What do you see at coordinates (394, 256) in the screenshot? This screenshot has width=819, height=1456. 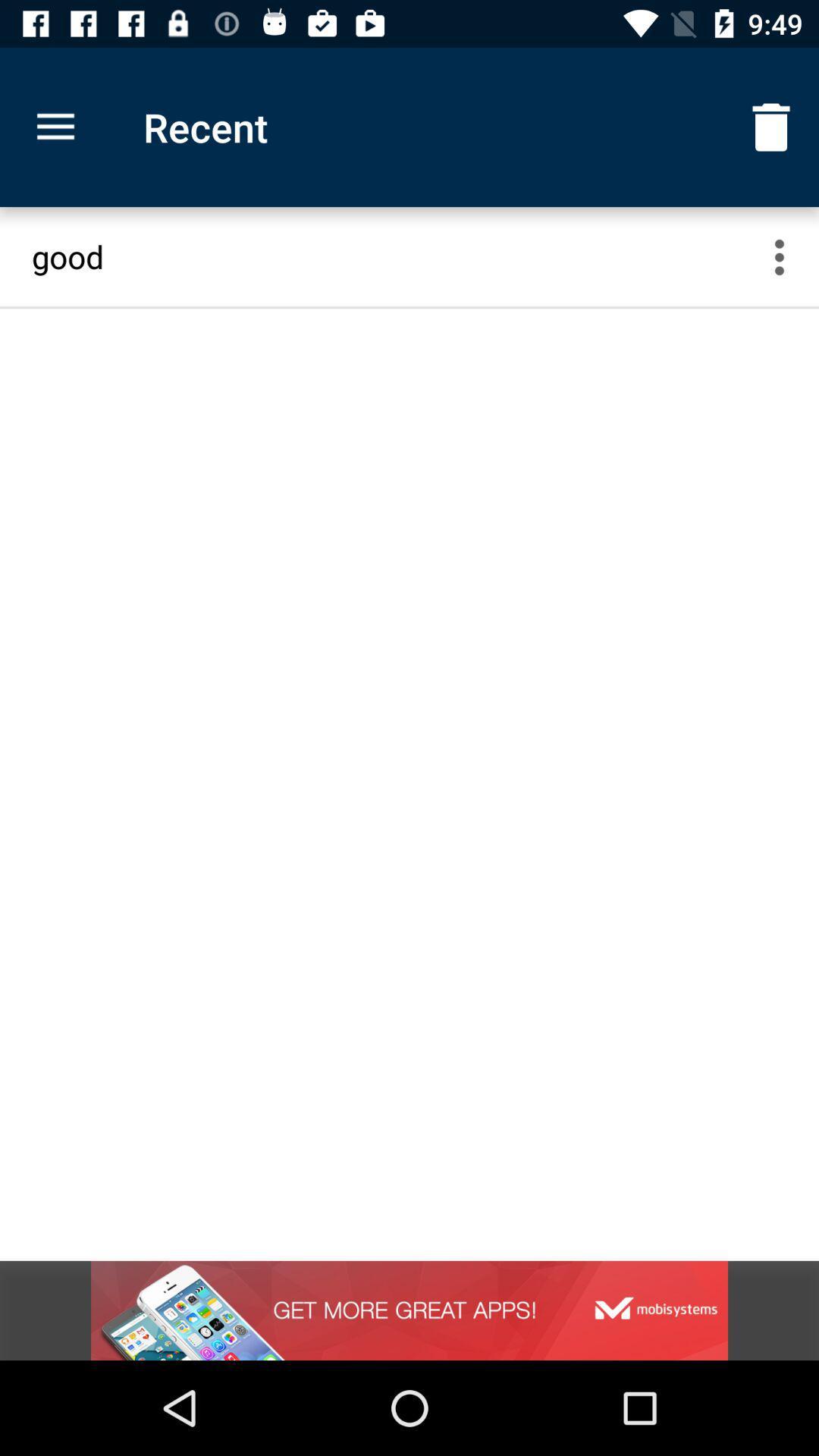 I see `the icon at the top` at bounding box center [394, 256].